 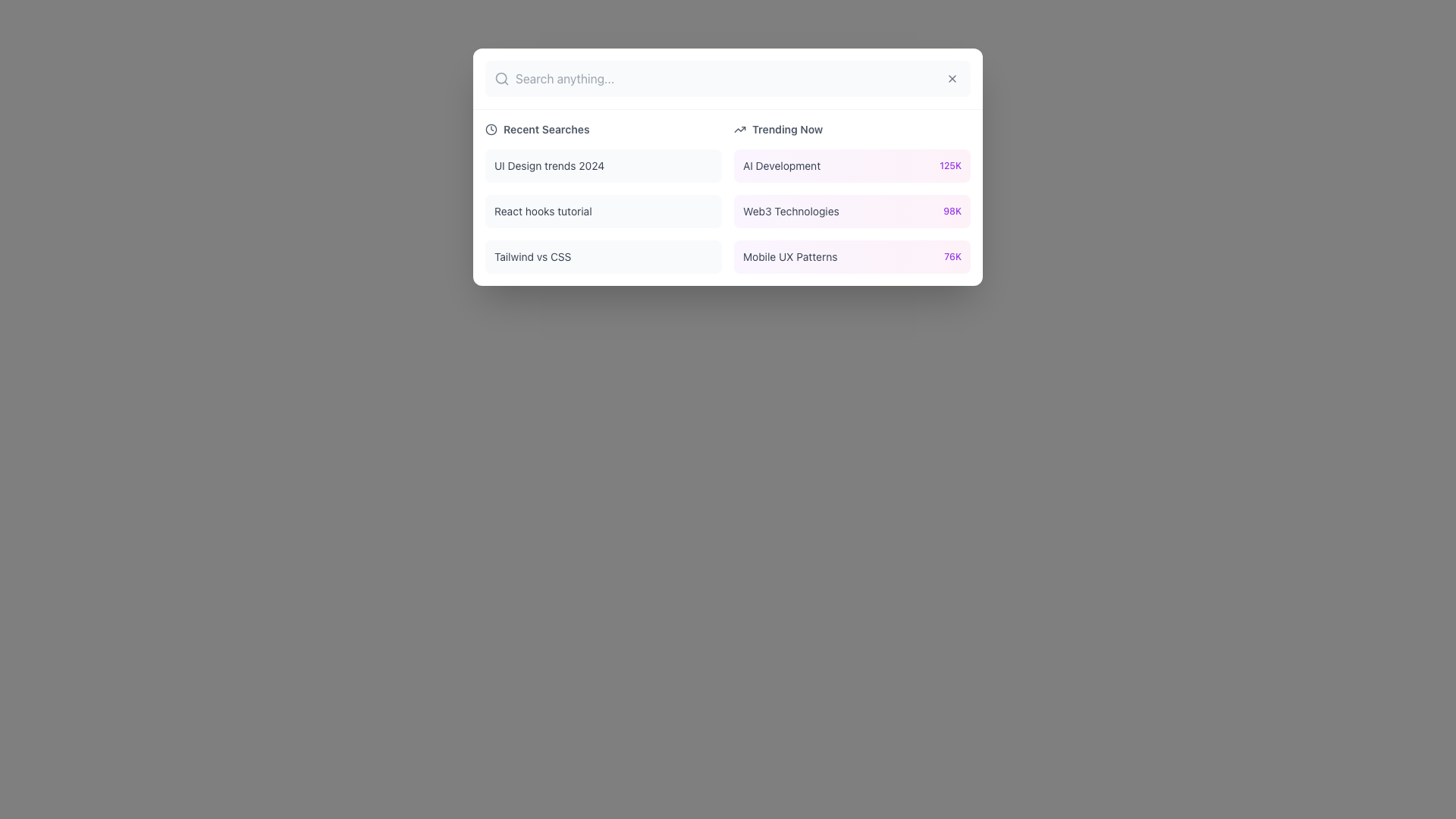 I want to click on the interactive list item labeled 'Mobile UX Patterns' located at the bottom of the 'Trending Now' column, so click(x=852, y=256).